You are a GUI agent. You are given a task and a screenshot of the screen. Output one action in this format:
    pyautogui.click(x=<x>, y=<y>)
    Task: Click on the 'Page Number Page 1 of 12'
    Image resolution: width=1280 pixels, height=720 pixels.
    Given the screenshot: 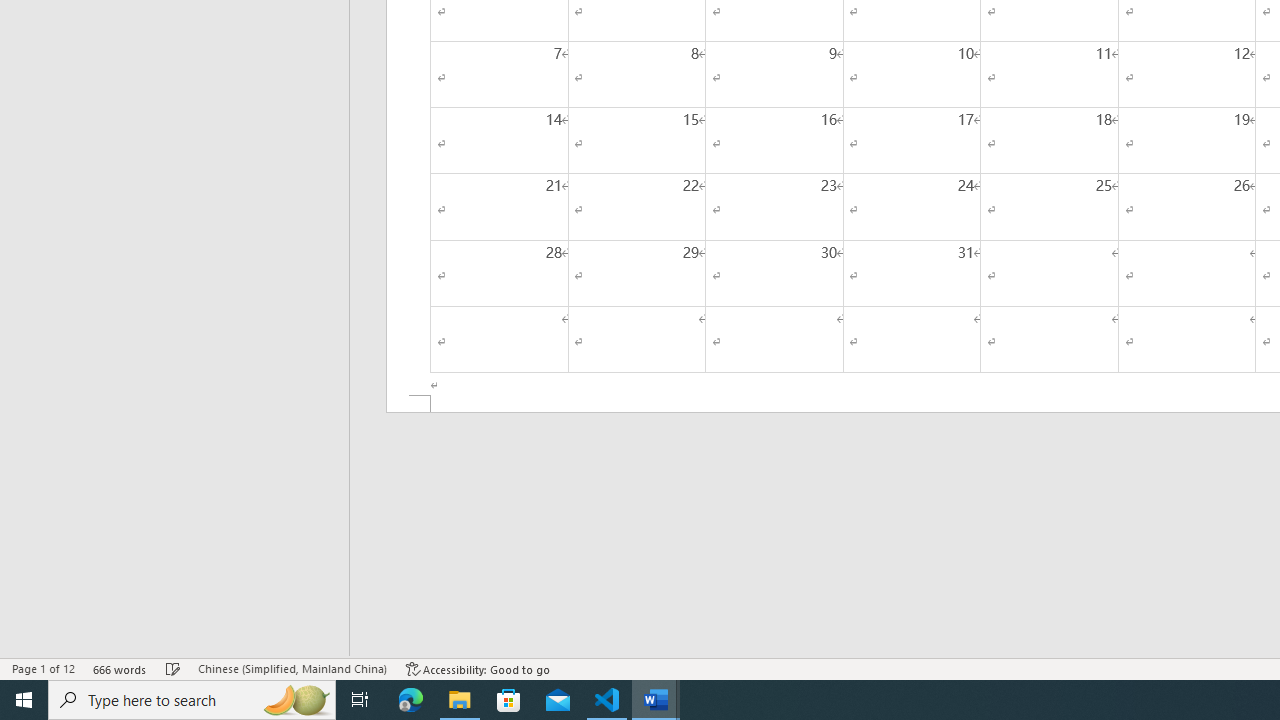 What is the action you would take?
    pyautogui.click(x=43, y=669)
    